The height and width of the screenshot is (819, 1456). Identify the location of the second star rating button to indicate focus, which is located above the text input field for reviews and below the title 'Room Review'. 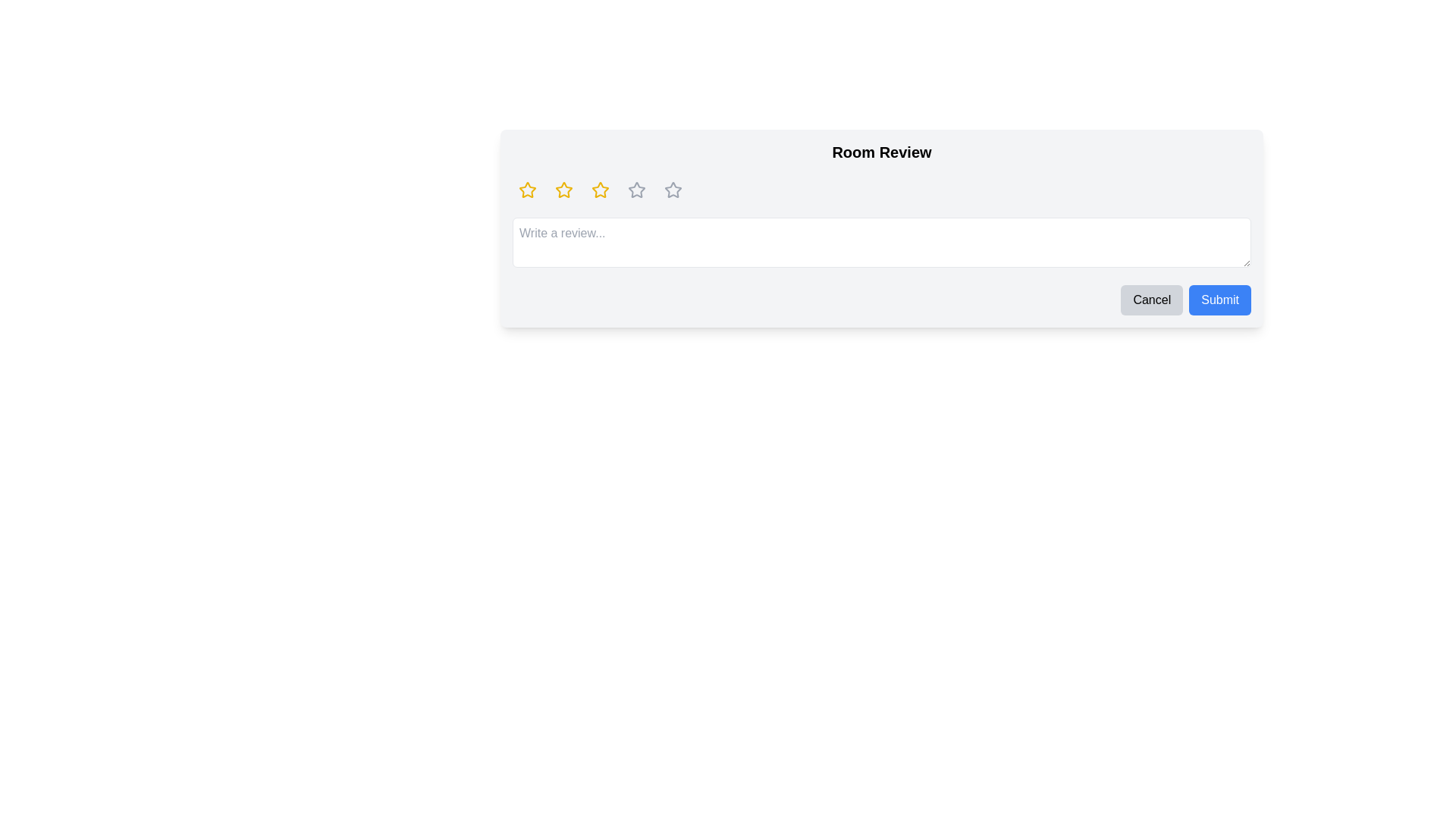
(563, 189).